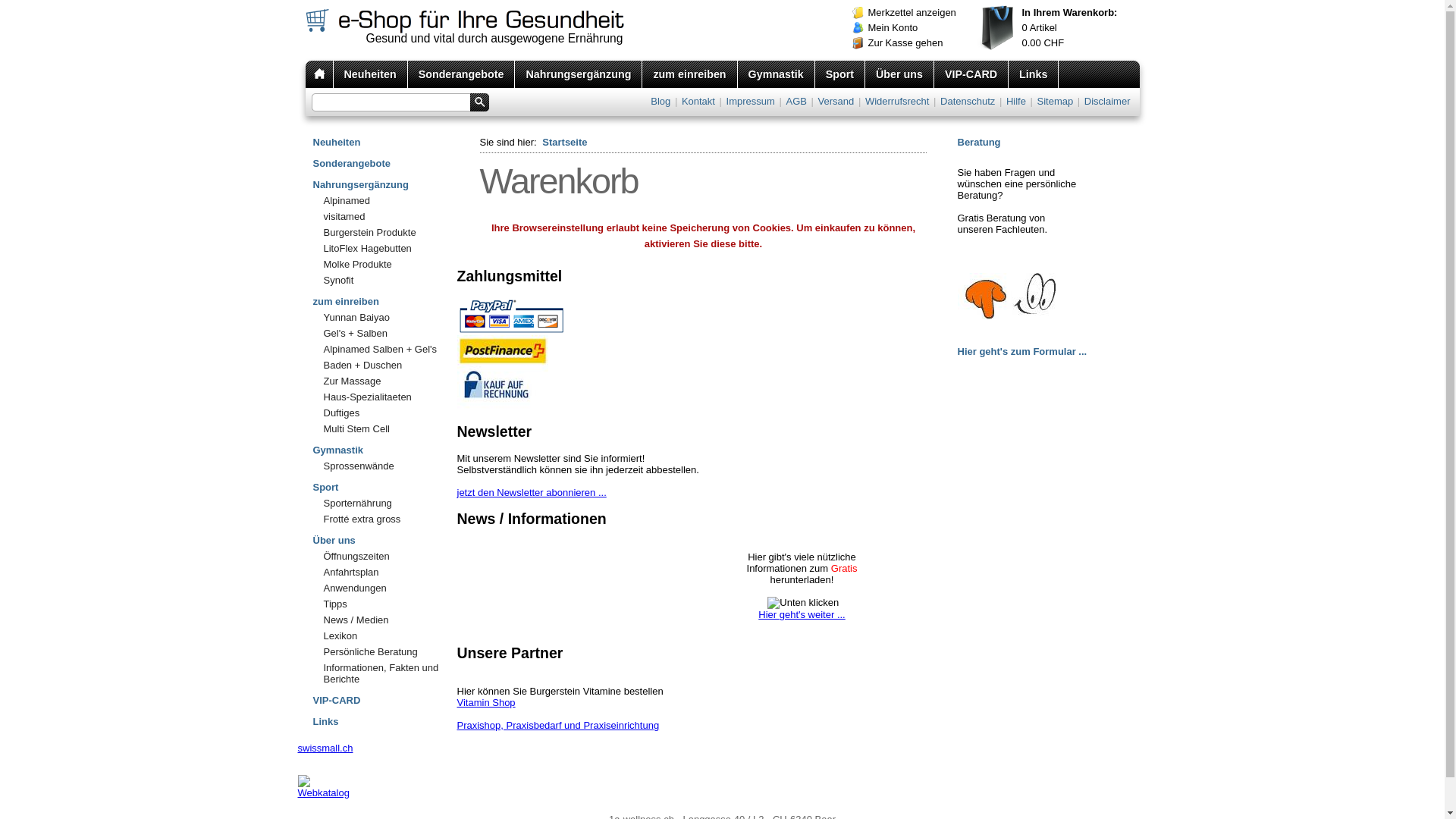 The image size is (1456, 819). Describe the element at coordinates (461, 74) in the screenshot. I see `'Sonderangebote'` at that location.